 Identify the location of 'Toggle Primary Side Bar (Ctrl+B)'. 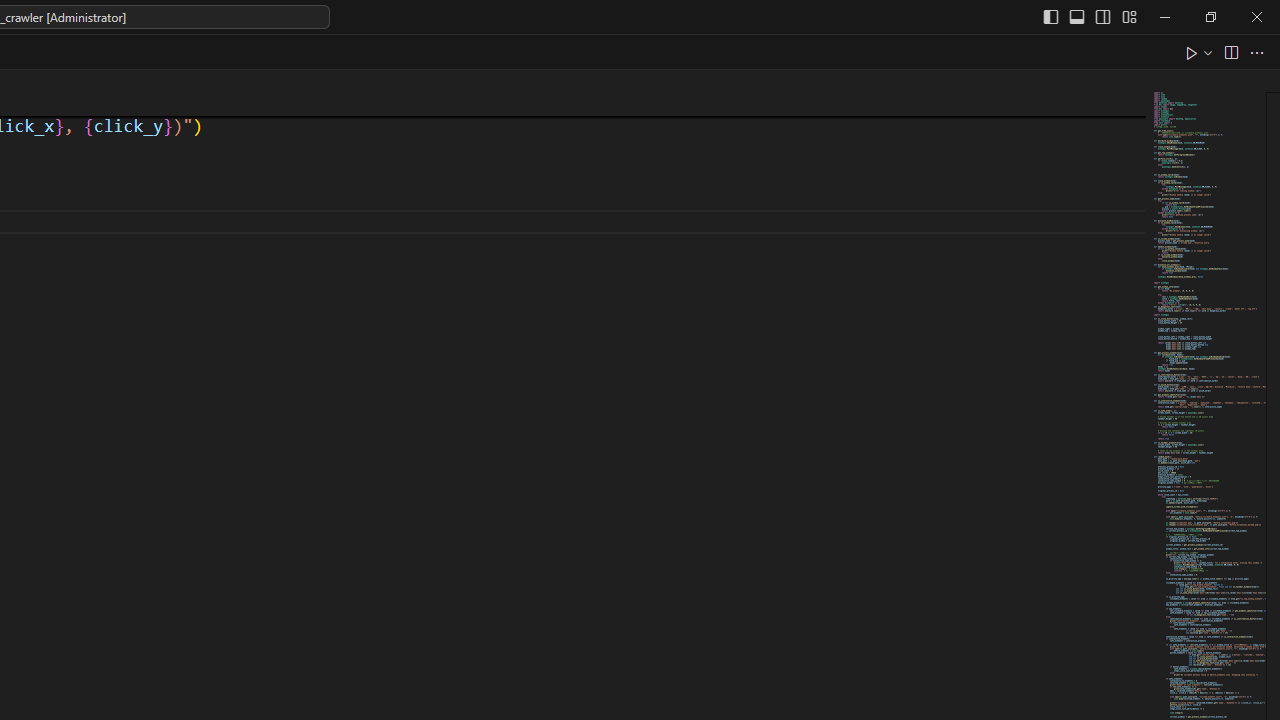
(1049, 16).